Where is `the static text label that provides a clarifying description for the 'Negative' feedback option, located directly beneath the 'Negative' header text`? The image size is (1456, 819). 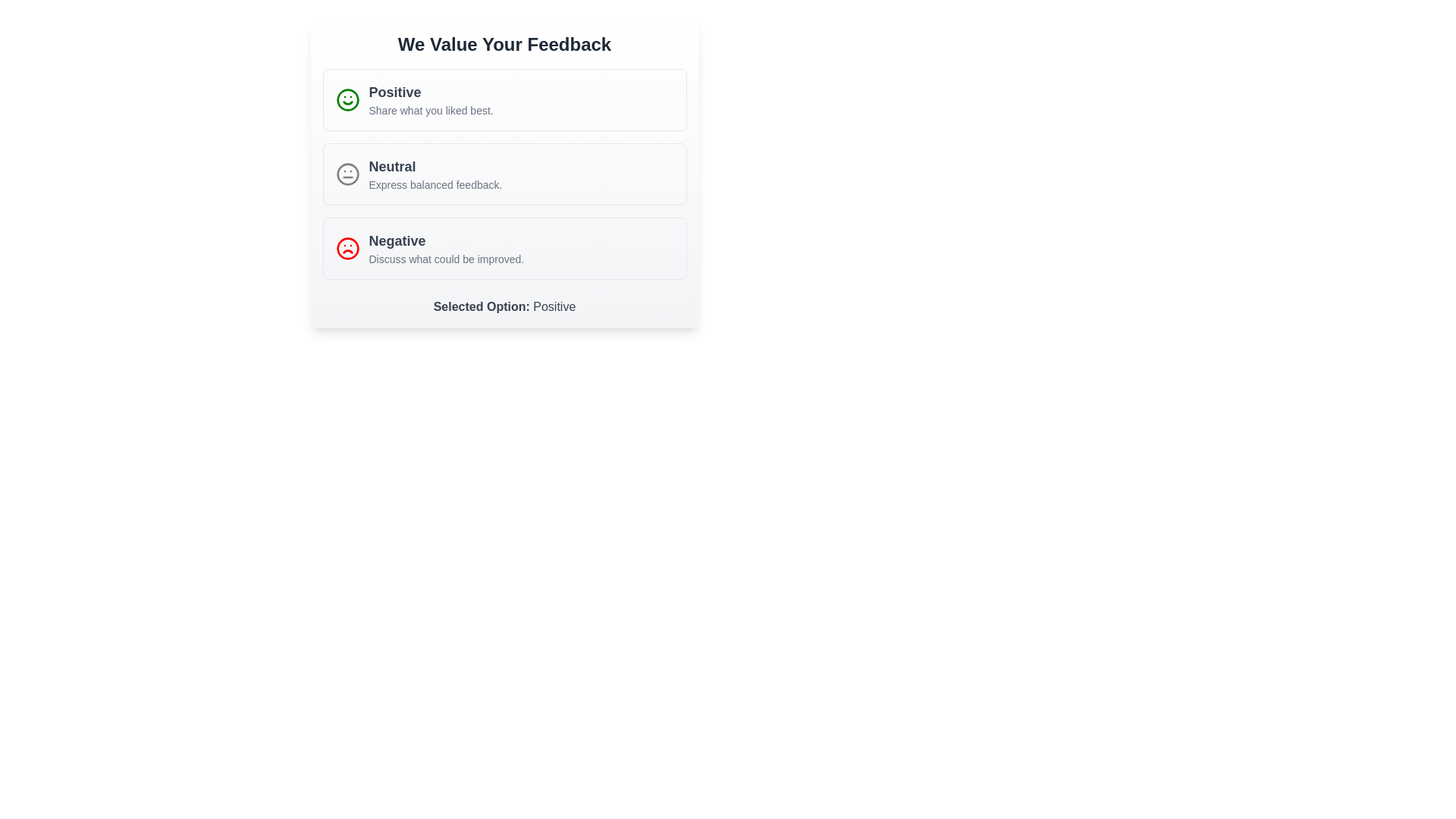 the static text label that provides a clarifying description for the 'Negative' feedback option, located directly beneath the 'Negative' header text is located at coordinates (445, 259).